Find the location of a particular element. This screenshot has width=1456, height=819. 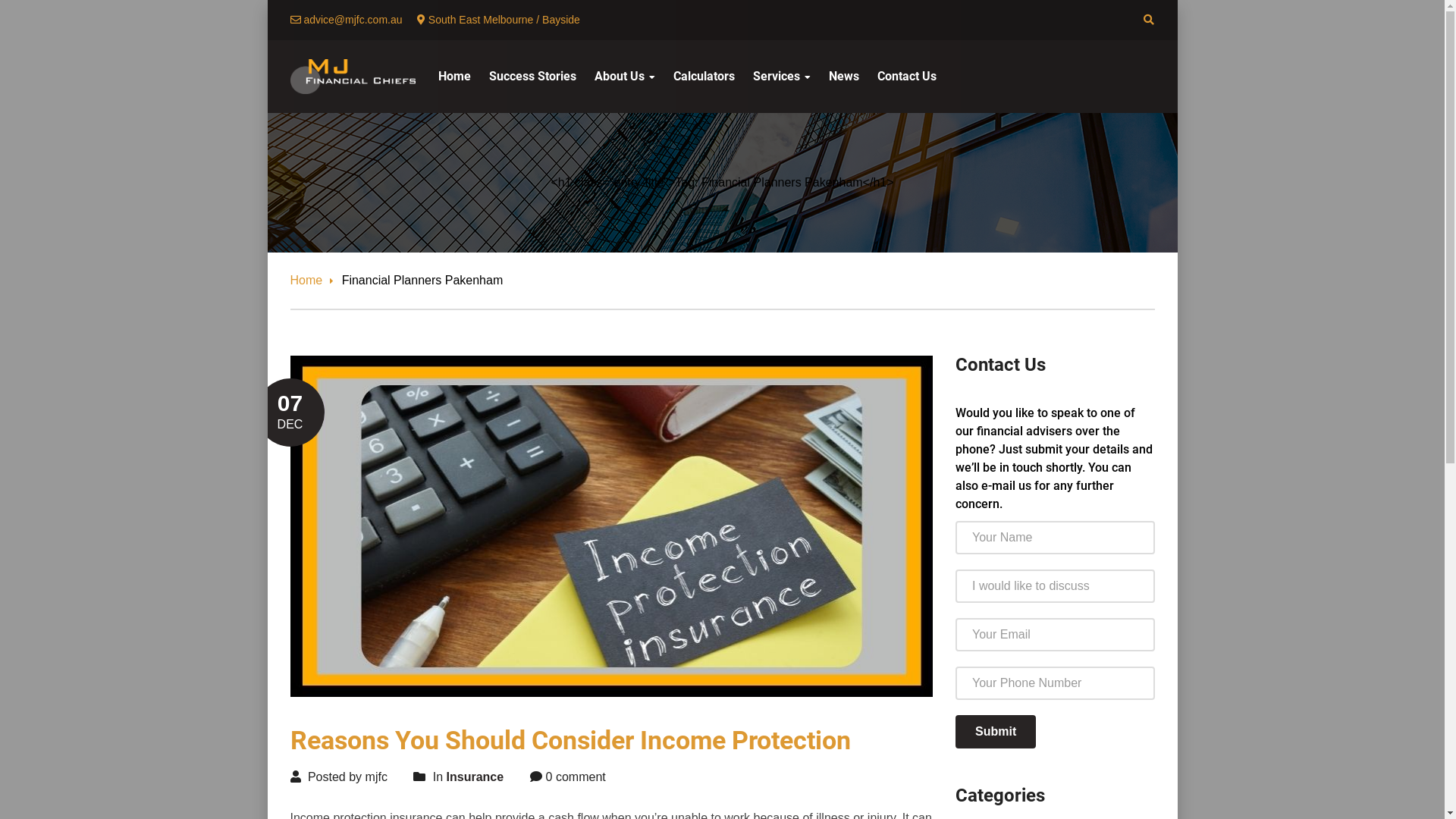

'News' is located at coordinates (843, 76).